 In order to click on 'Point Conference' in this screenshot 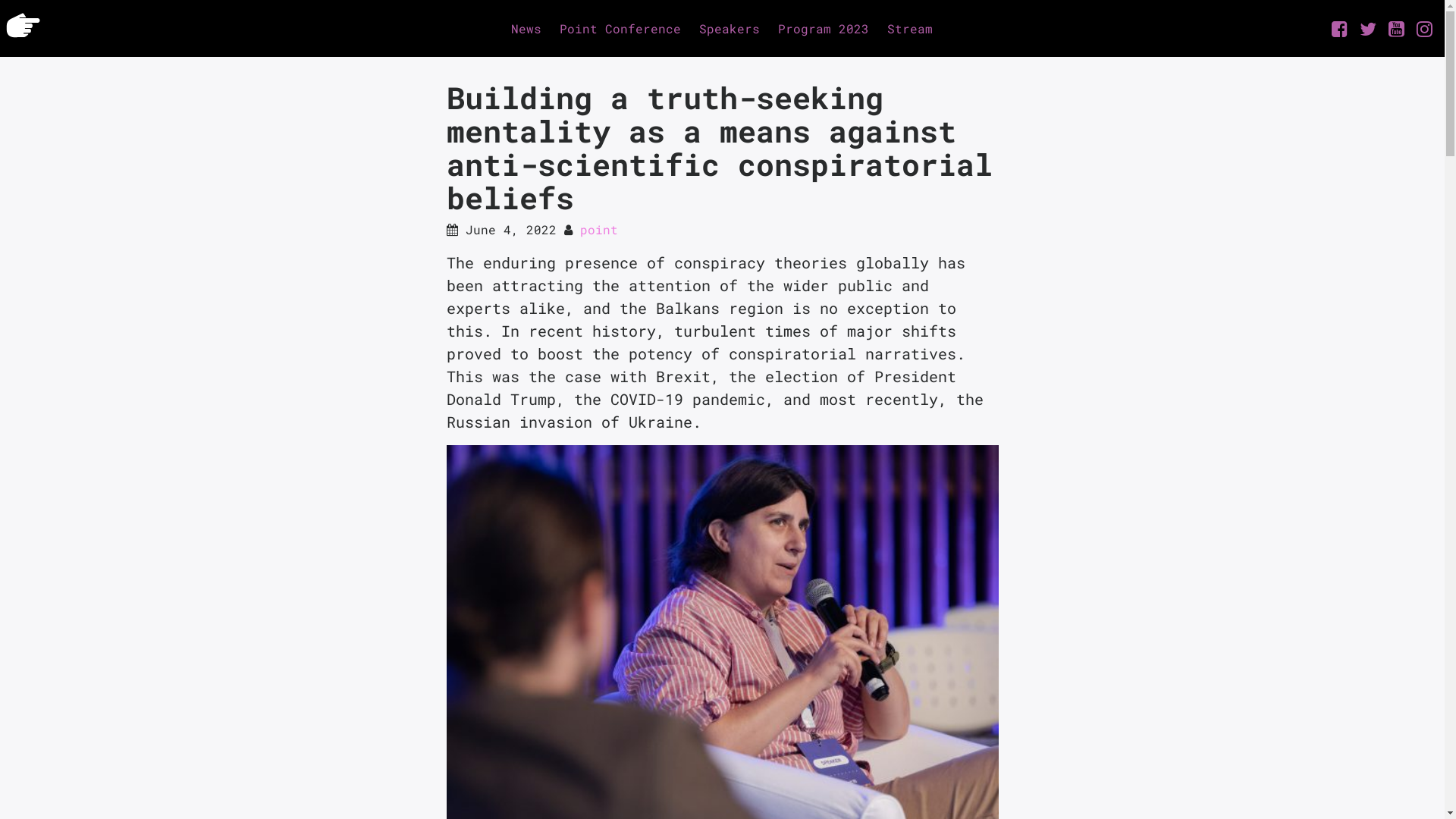, I will do `click(620, 28)`.